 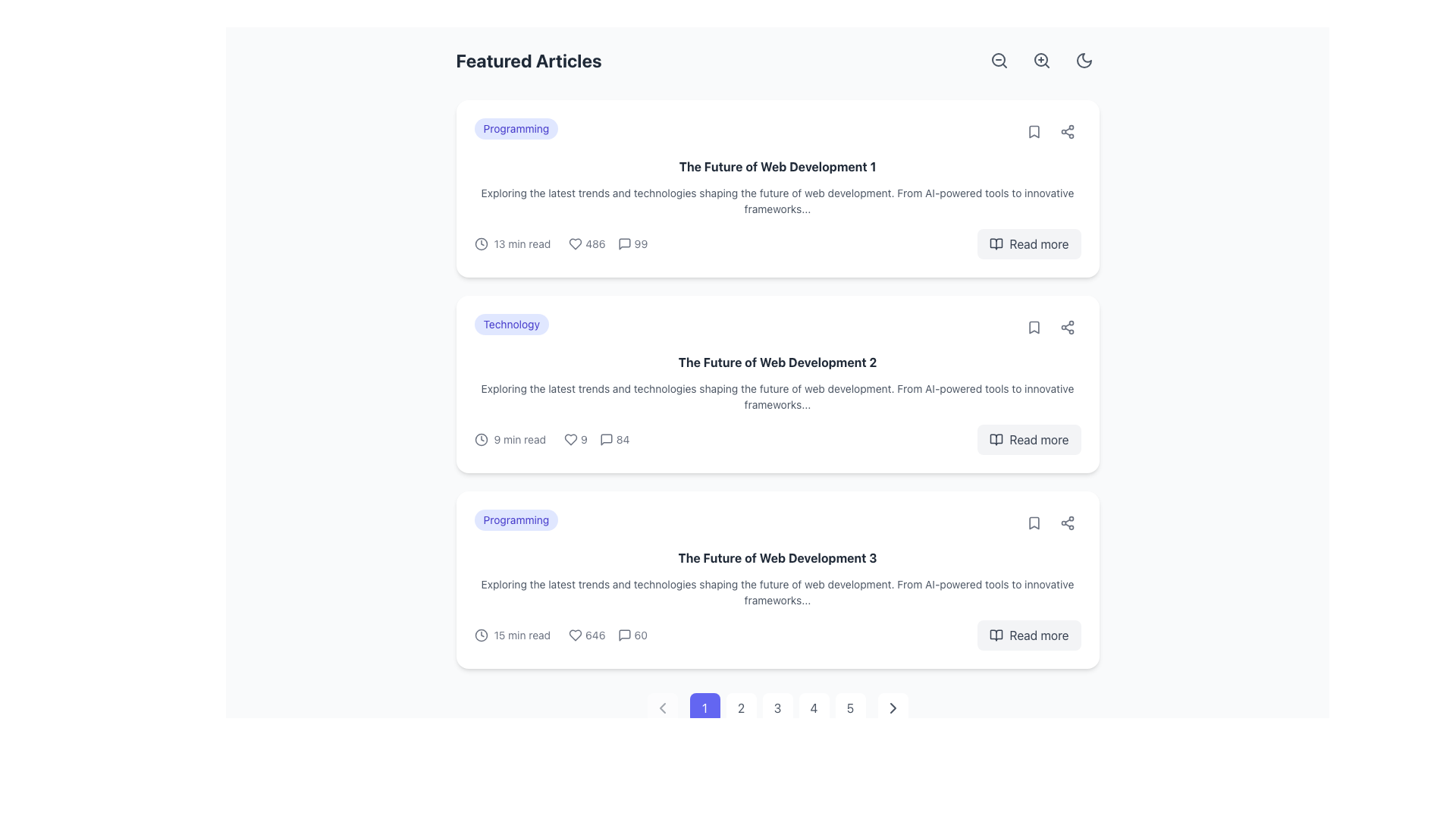 What do you see at coordinates (1083, 60) in the screenshot?
I see `the crescent moon icon in the control bar` at bounding box center [1083, 60].